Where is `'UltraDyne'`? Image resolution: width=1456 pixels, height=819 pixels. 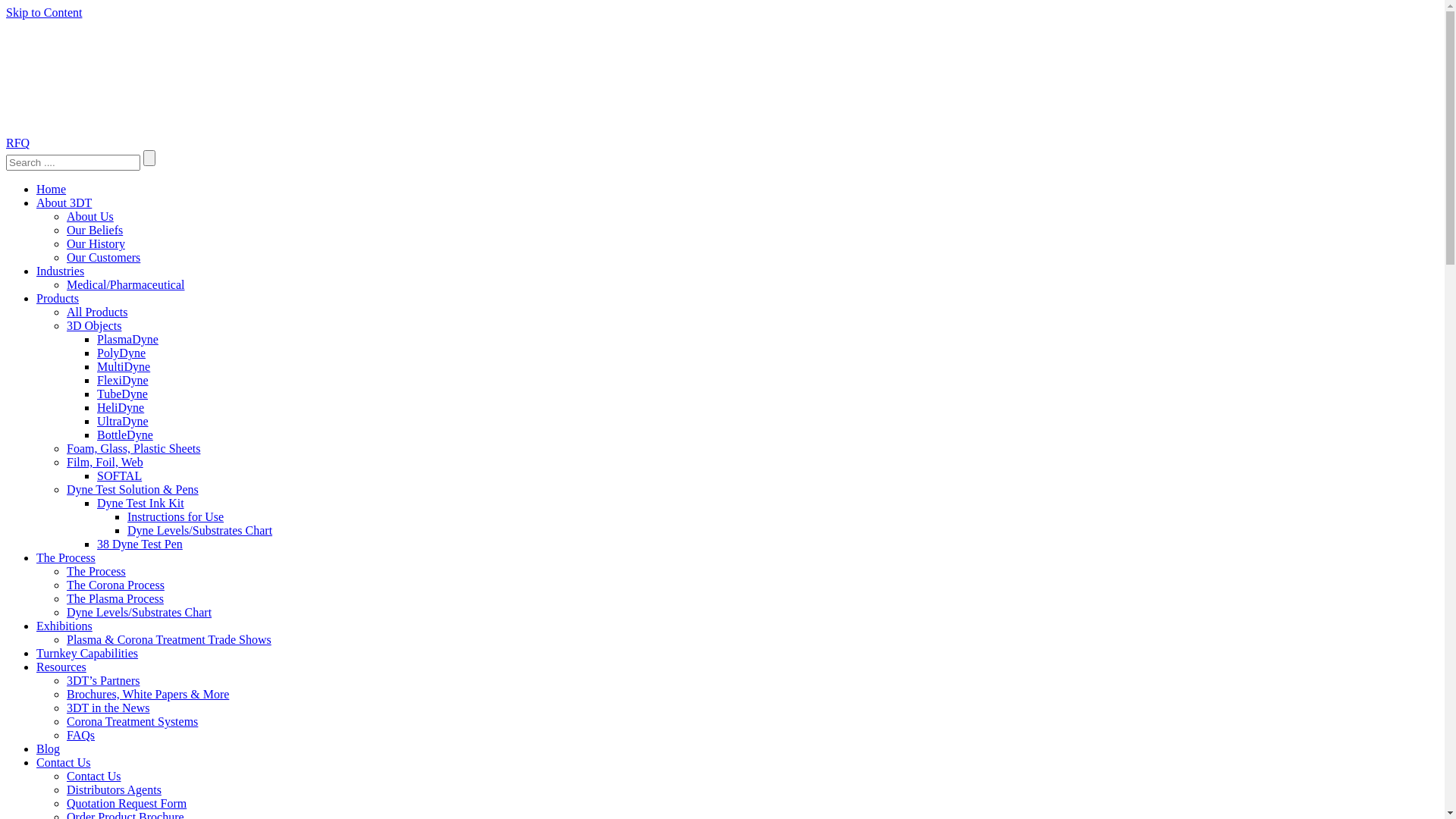
'UltraDyne' is located at coordinates (123, 421).